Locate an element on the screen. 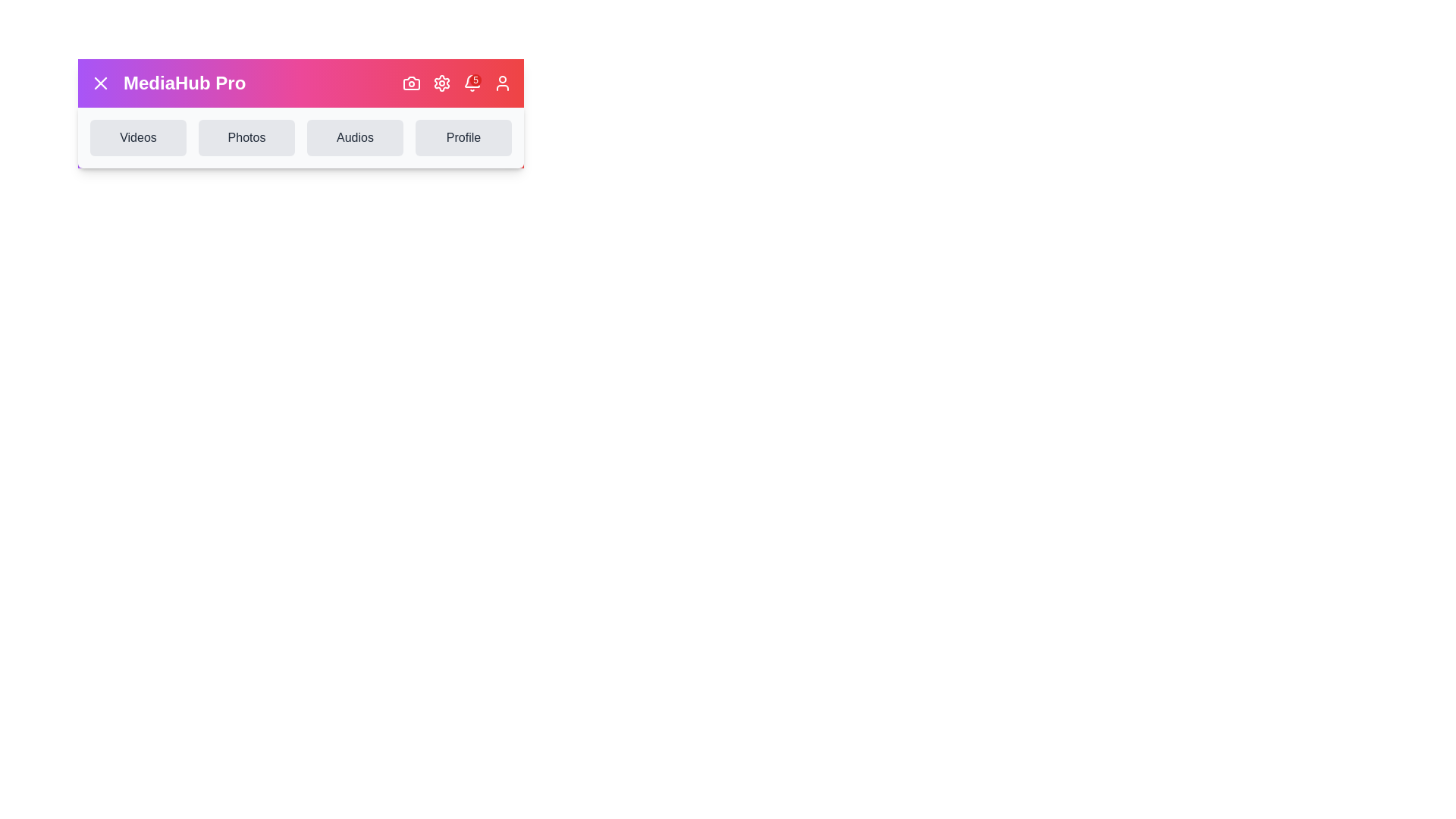  the menu item Profile to navigate to the respective section is located at coordinates (463, 137).